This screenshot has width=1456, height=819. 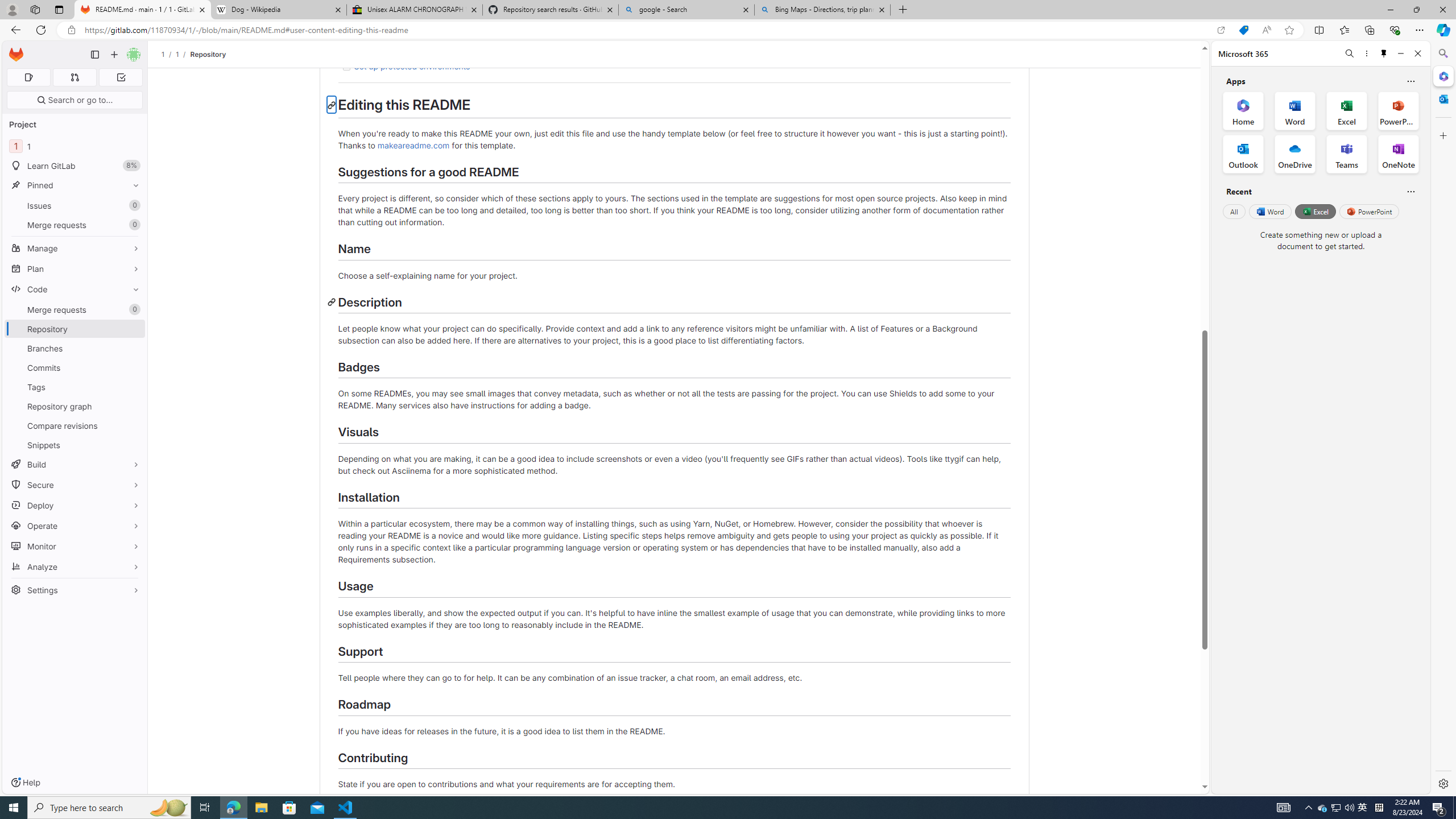 I want to click on 'makeareadme.com', so click(x=413, y=144).